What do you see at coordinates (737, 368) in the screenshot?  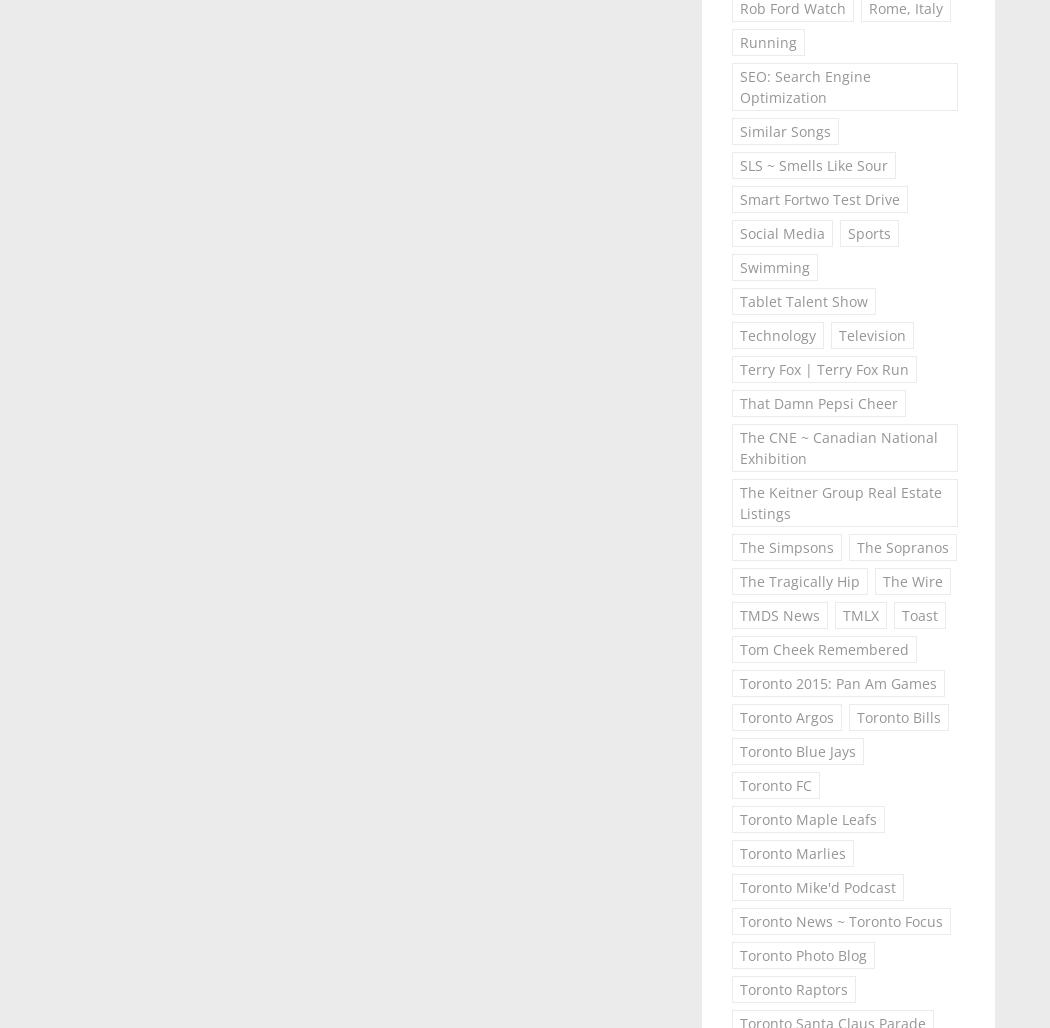 I see `'Terry Fox | Terry Fox Run'` at bounding box center [737, 368].